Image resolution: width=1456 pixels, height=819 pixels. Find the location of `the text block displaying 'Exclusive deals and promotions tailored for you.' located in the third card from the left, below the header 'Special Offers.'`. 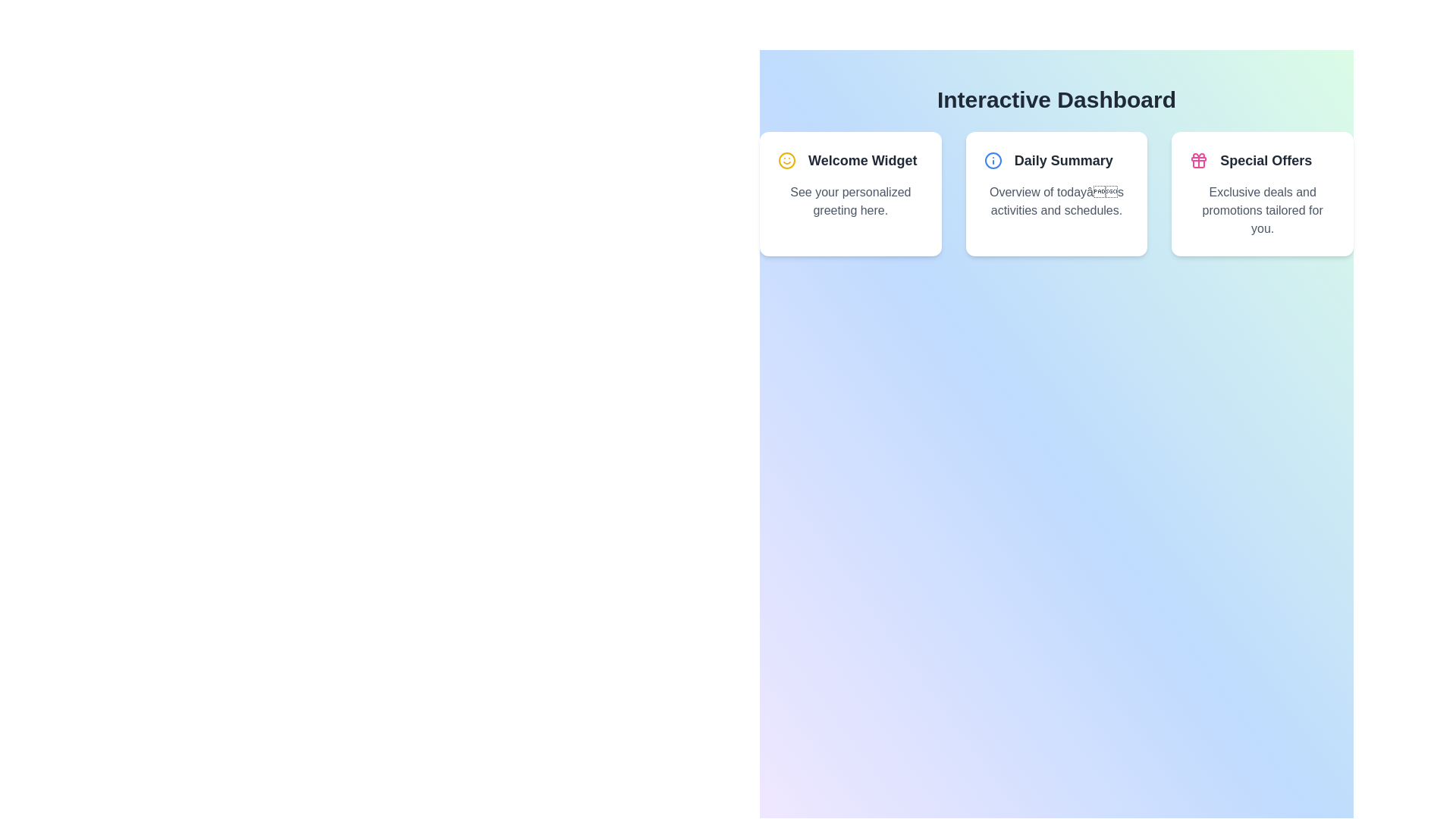

the text block displaying 'Exclusive deals and promotions tailored for you.' located in the third card from the left, below the header 'Special Offers.' is located at coordinates (1263, 210).